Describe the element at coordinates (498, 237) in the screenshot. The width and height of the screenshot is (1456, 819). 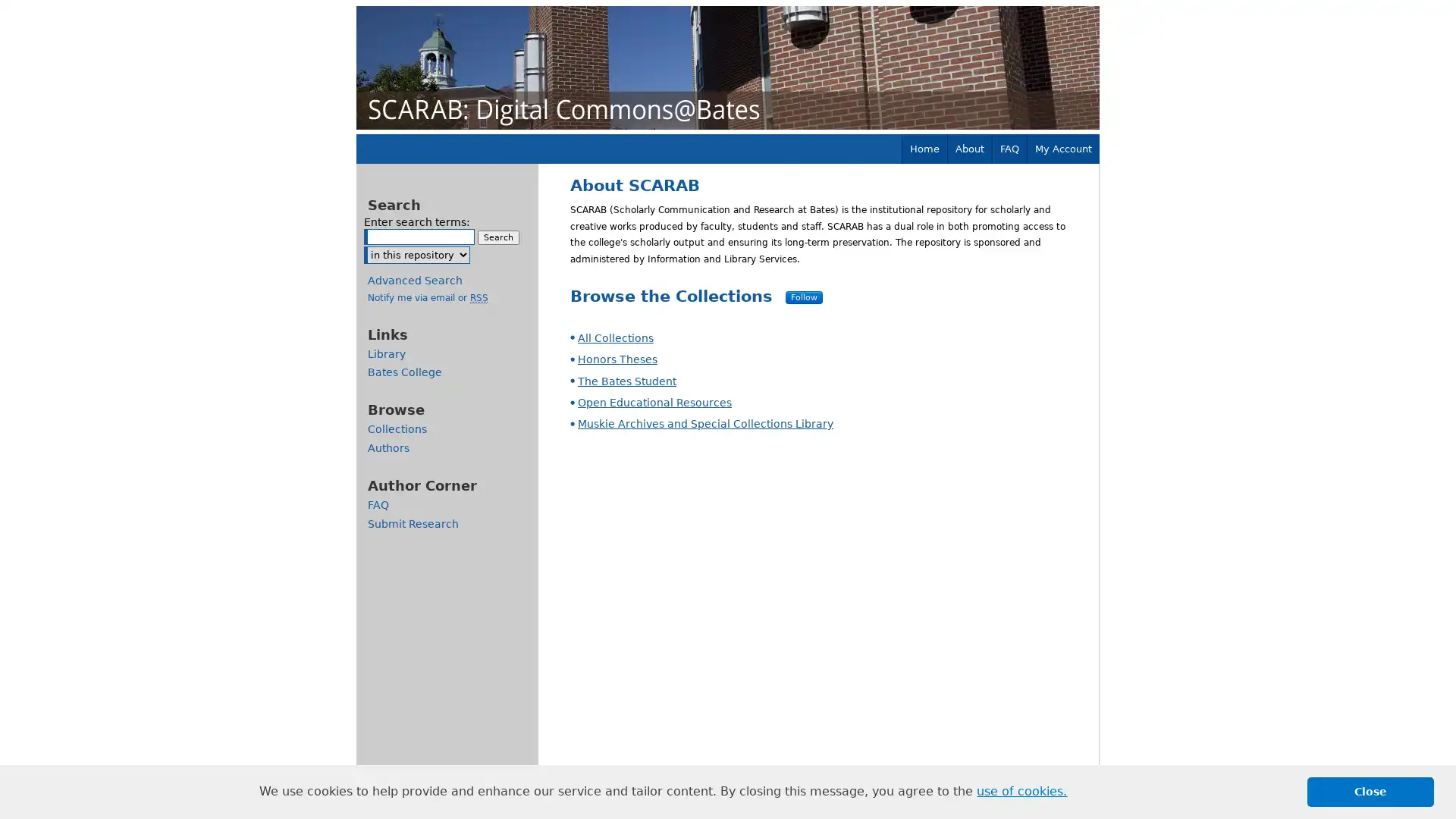
I see `Search` at that location.